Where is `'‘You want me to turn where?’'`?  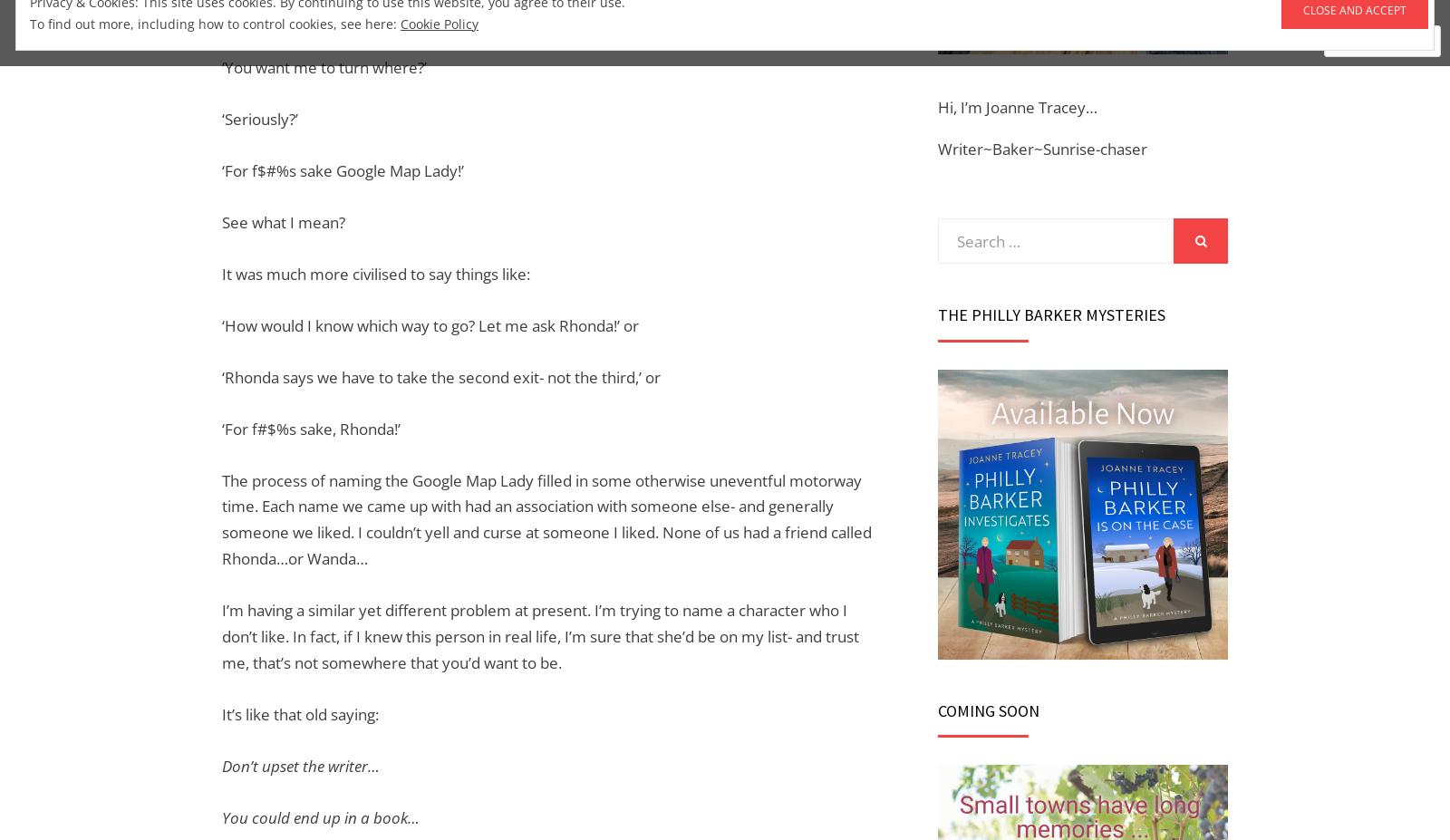 '‘You want me to turn where?’' is located at coordinates (221, 66).